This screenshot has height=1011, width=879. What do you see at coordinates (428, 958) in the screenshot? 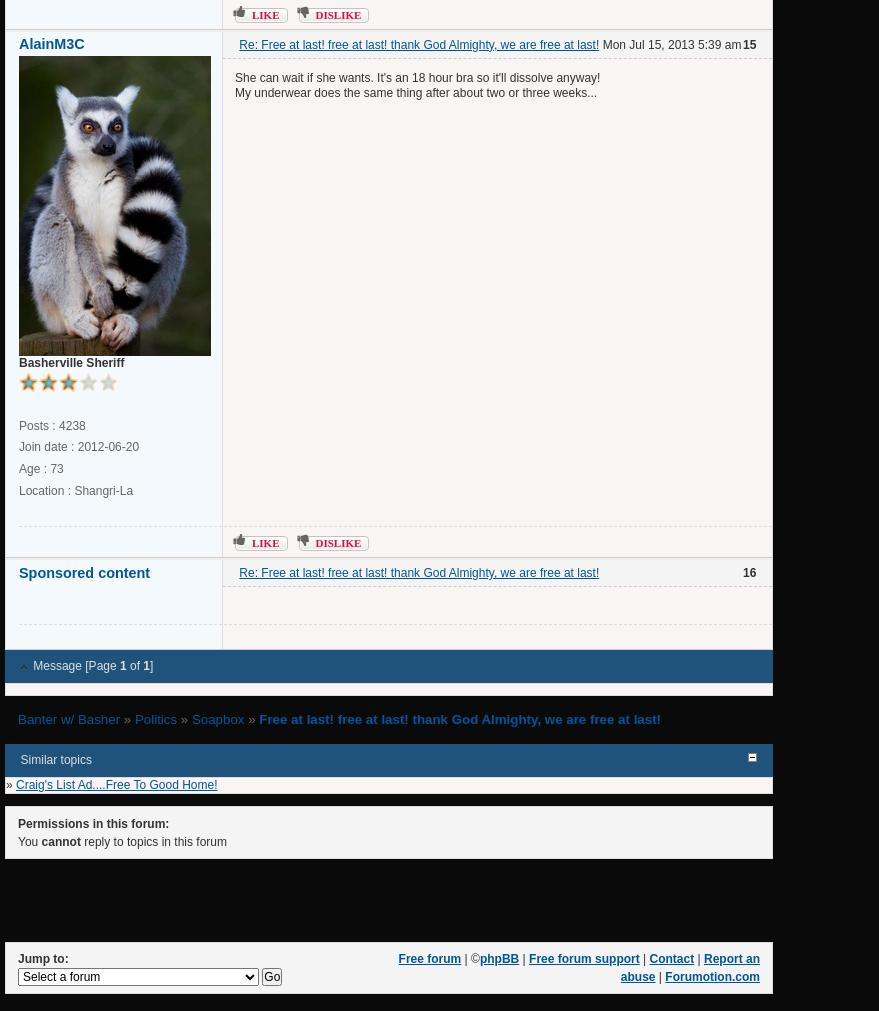
I see `'Free forum'` at bounding box center [428, 958].